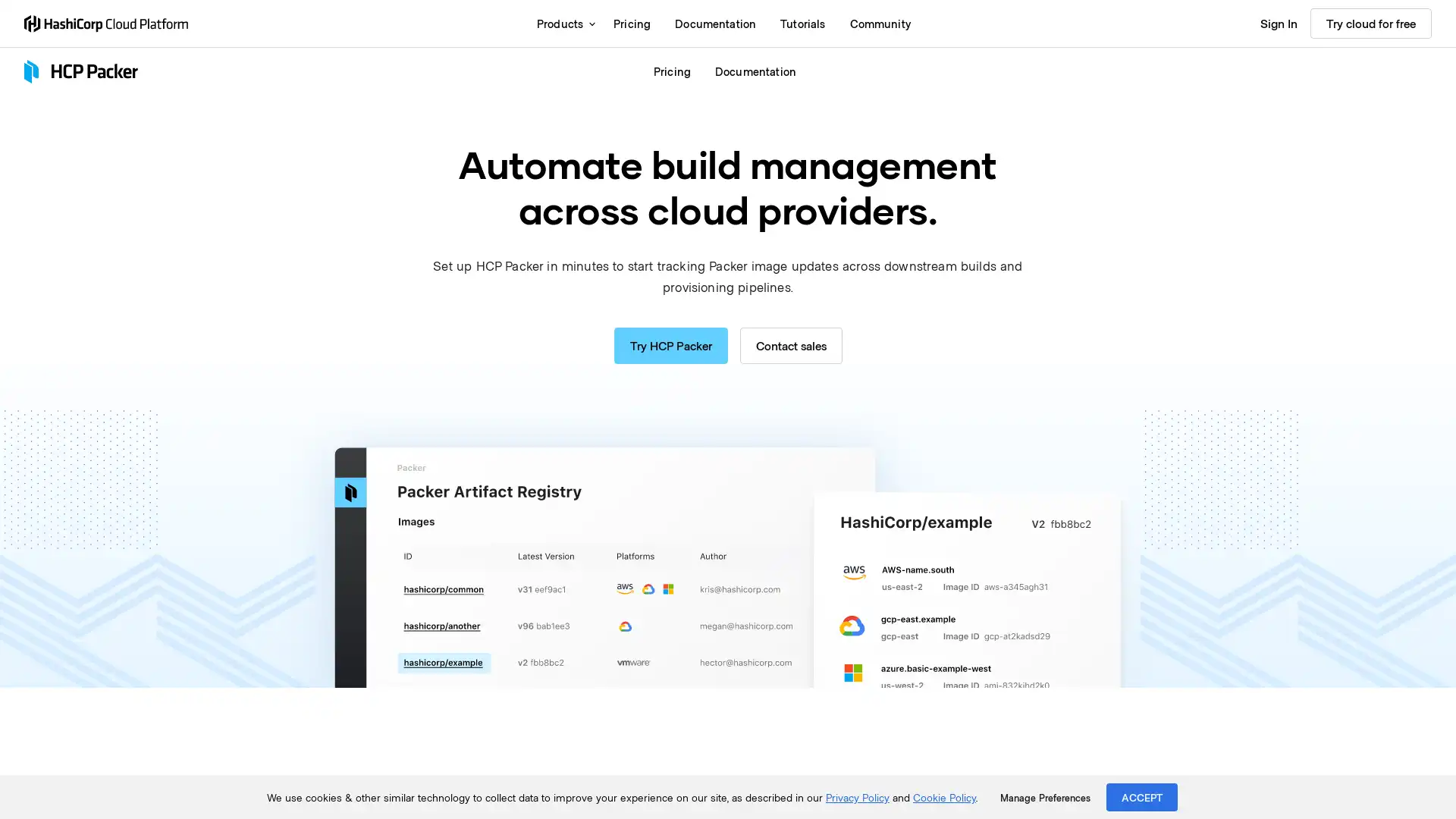 The image size is (1456, 819). I want to click on ACCEPT, so click(1142, 796).